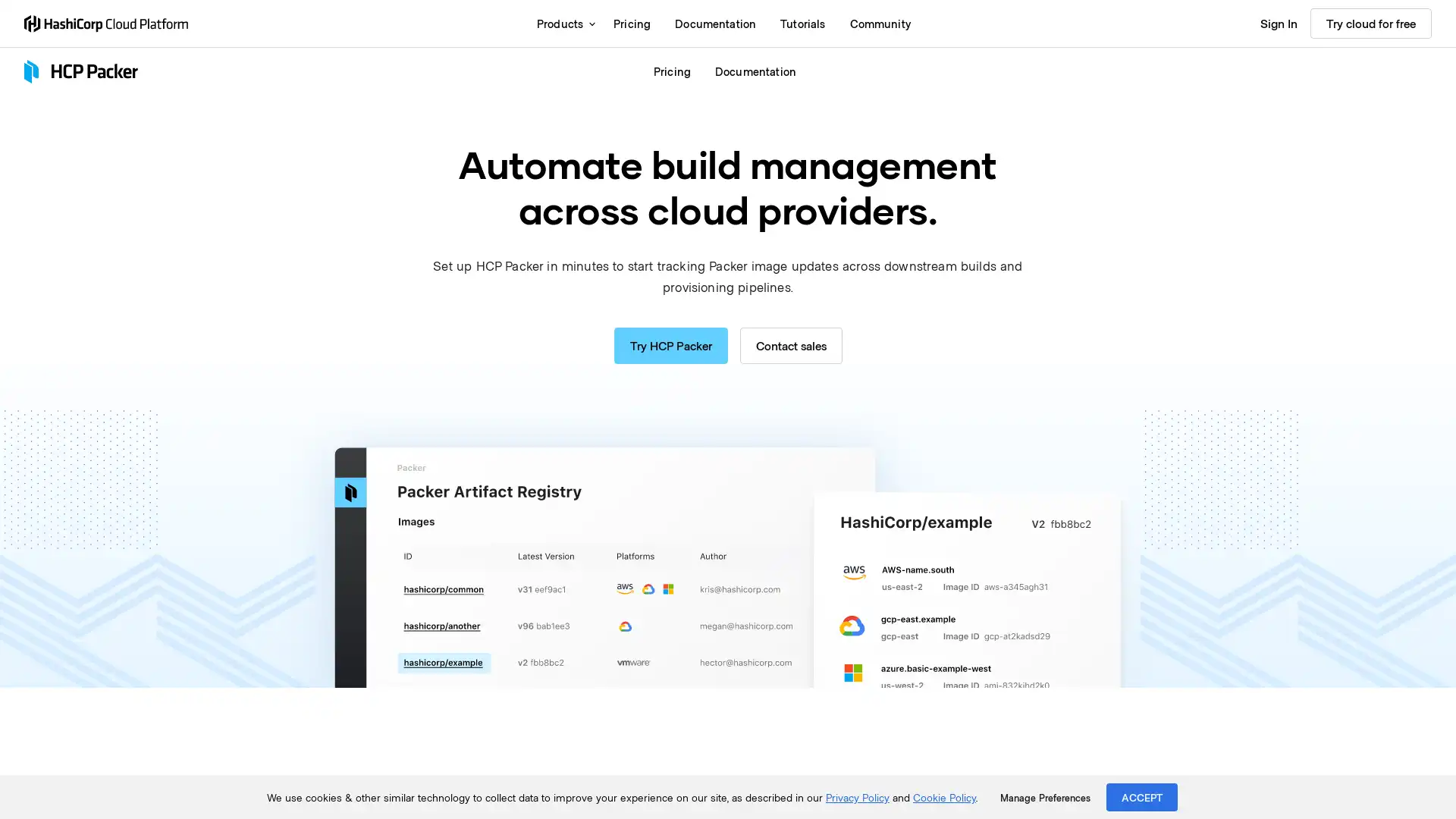 The image size is (1456, 819). I want to click on ACCEPT, so click(1142, 796).